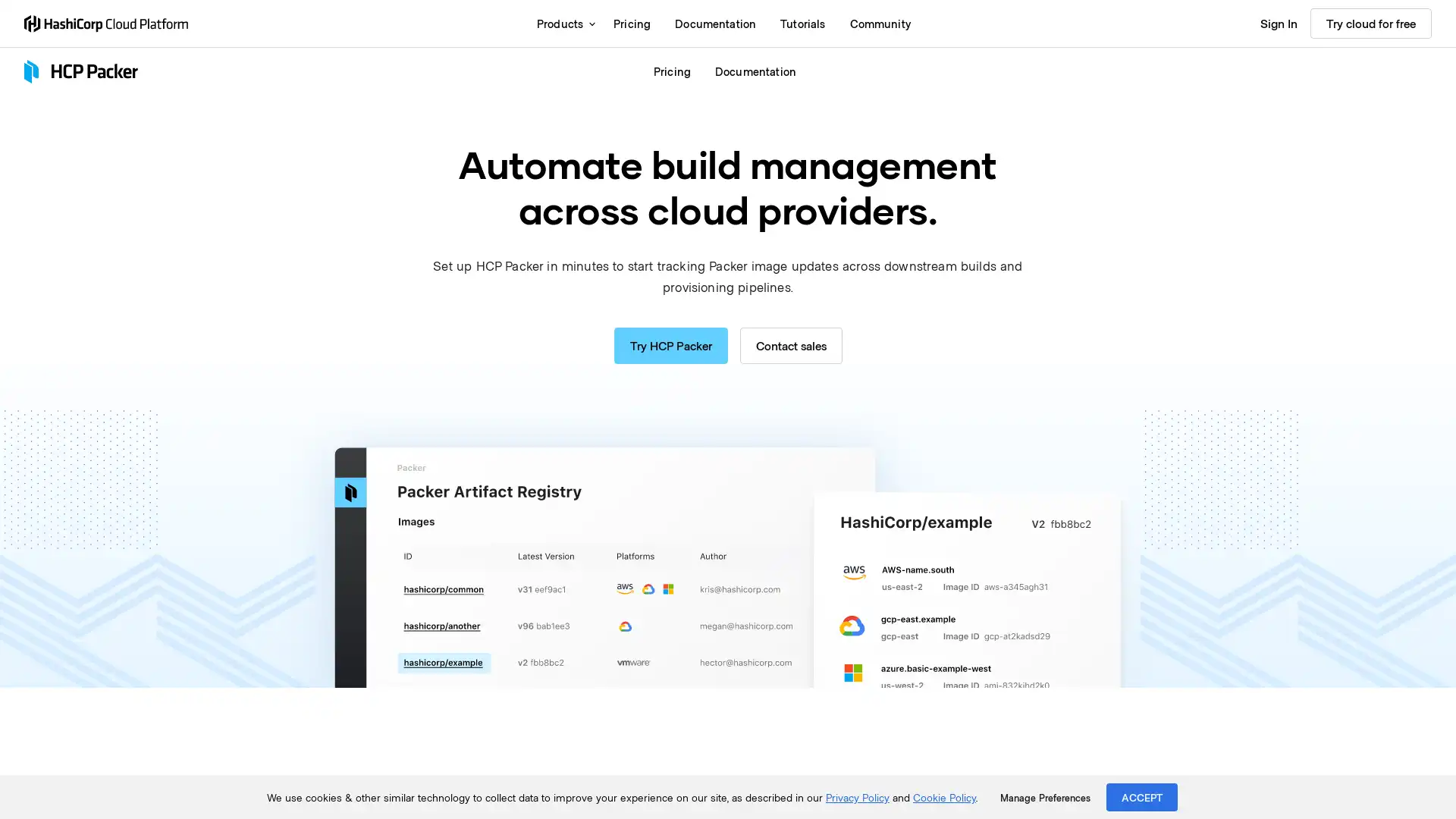 The image size is (1456, 819). I want to click on ACCEPT, so click(1142, 796).